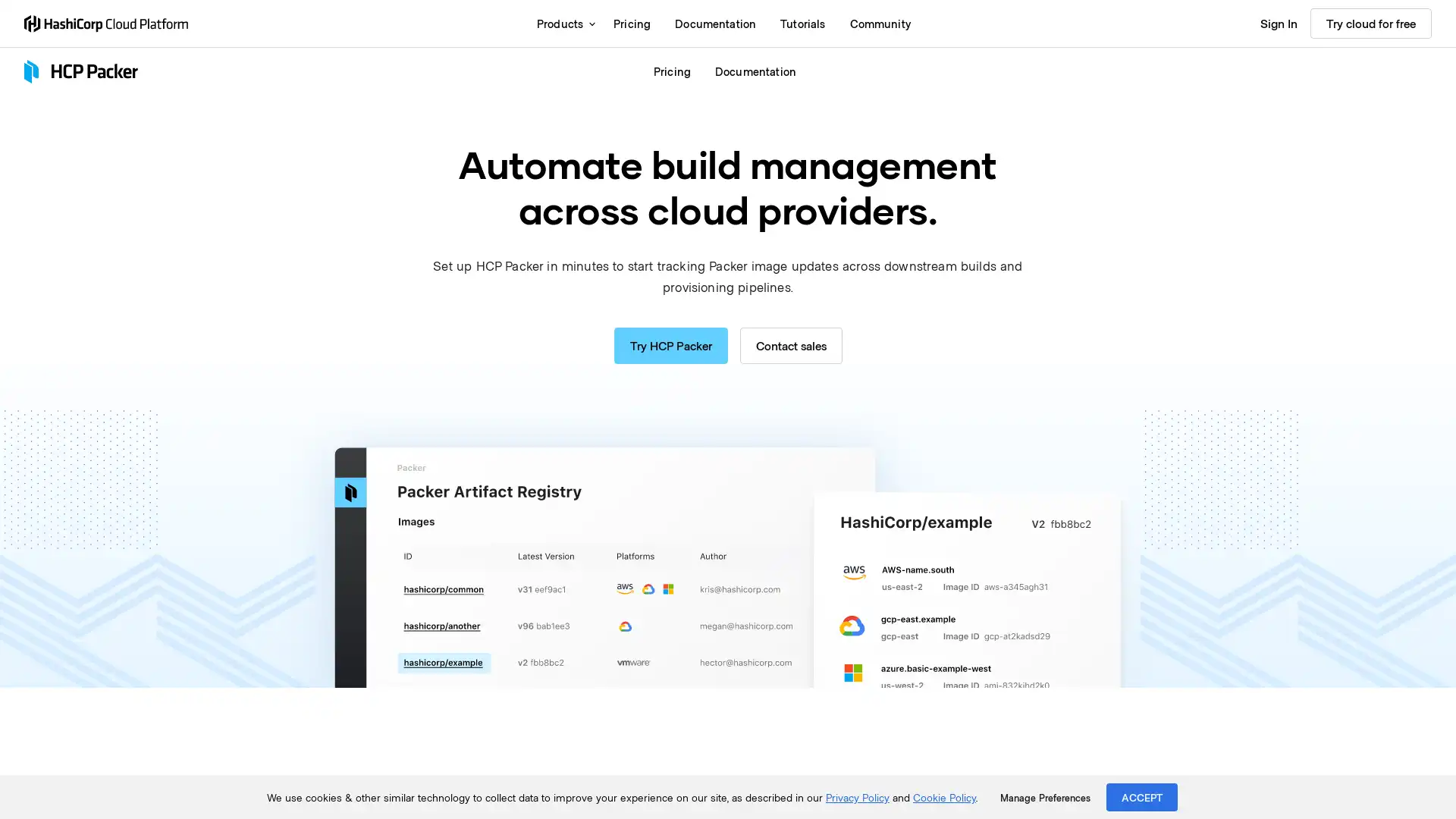 The image size is (1456, 819). I want to click on ACCEPT, so click(1142, 796).